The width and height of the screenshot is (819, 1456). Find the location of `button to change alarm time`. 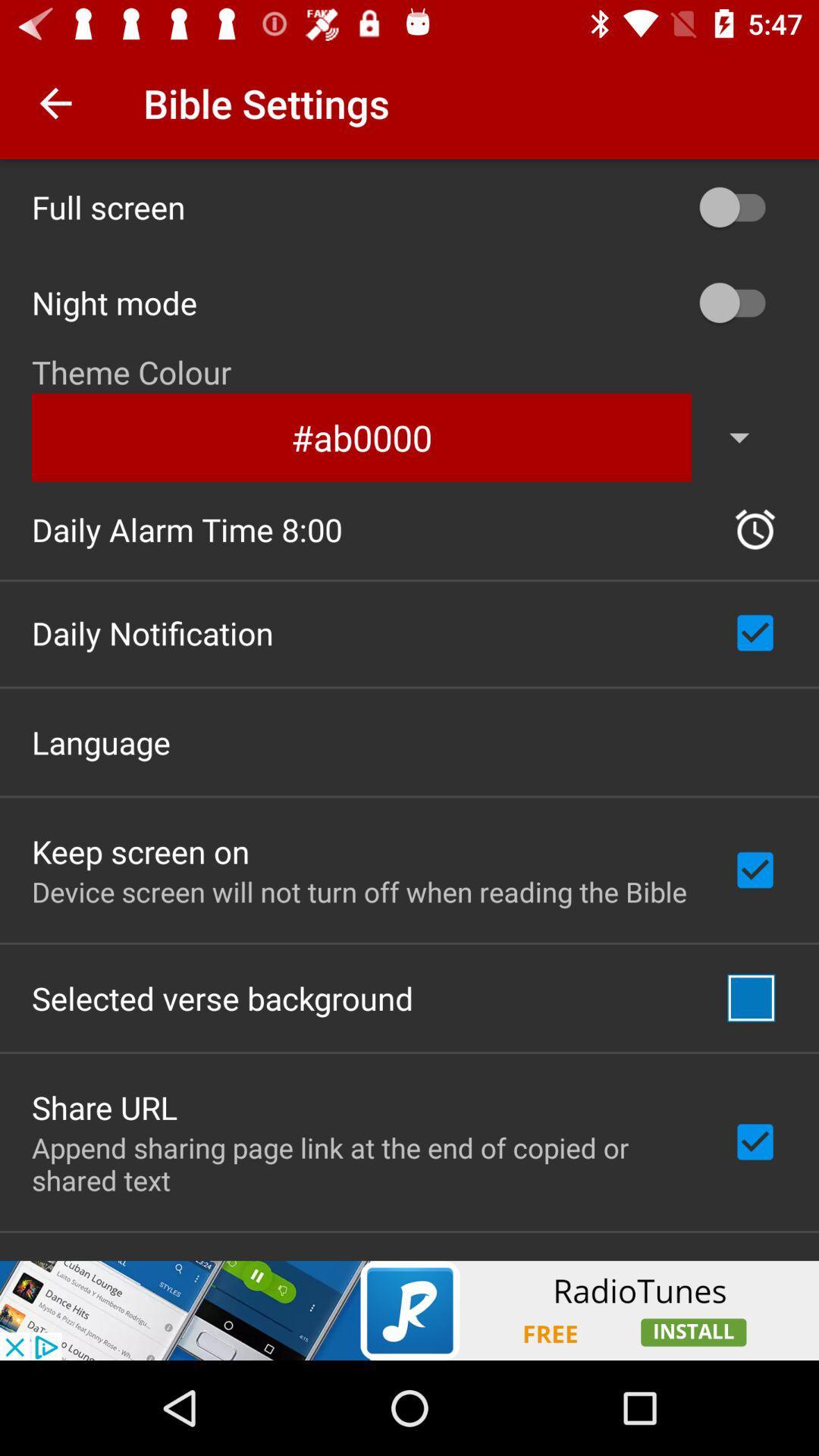

button to change alarm time is located at coordinates (755, 529).